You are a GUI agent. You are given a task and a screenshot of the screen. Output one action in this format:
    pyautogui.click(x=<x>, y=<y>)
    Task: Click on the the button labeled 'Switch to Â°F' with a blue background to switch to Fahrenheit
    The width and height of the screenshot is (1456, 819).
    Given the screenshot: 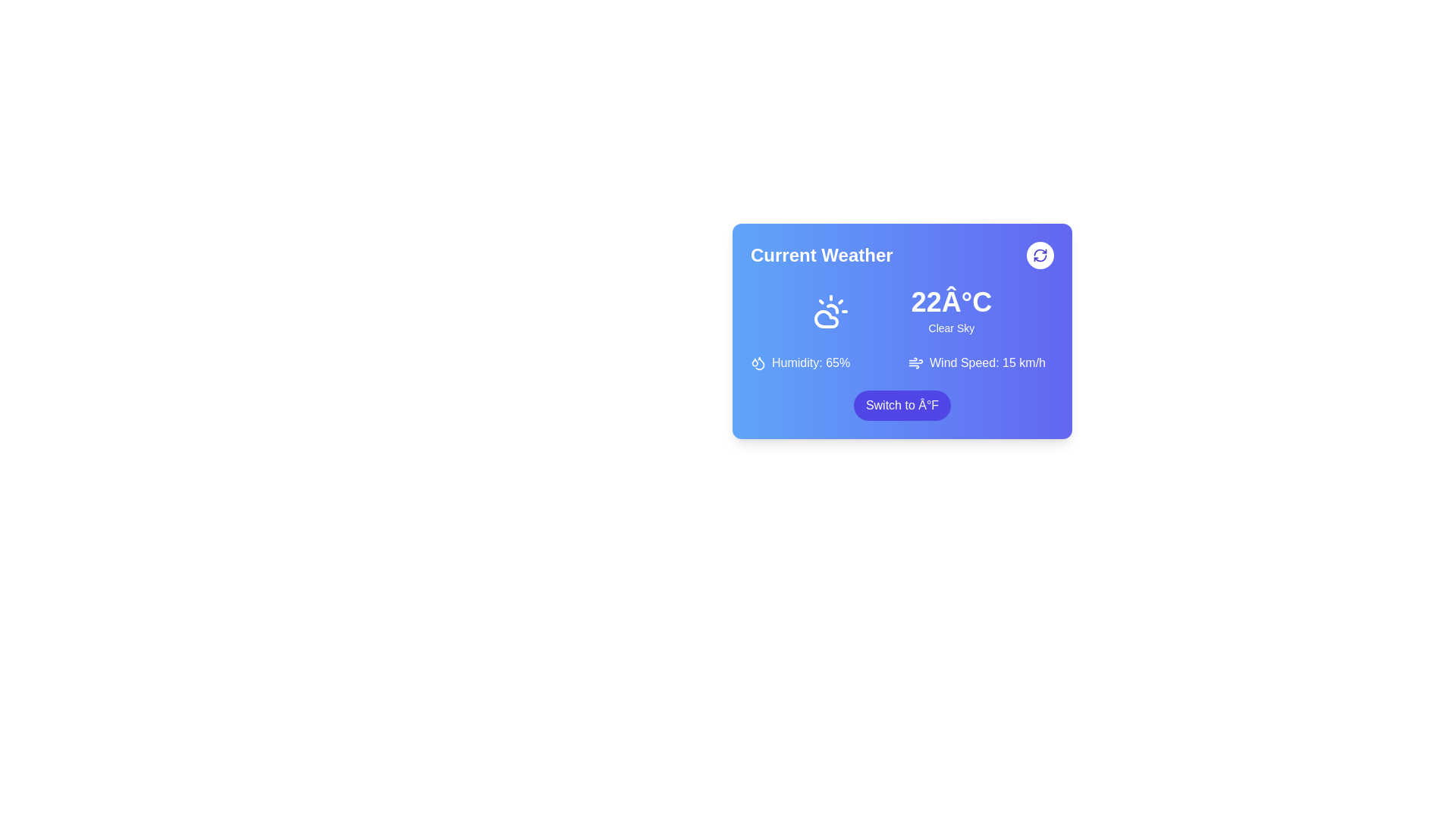 What is the action you would take?
    pyautogui.click(x=902, y=405)
    